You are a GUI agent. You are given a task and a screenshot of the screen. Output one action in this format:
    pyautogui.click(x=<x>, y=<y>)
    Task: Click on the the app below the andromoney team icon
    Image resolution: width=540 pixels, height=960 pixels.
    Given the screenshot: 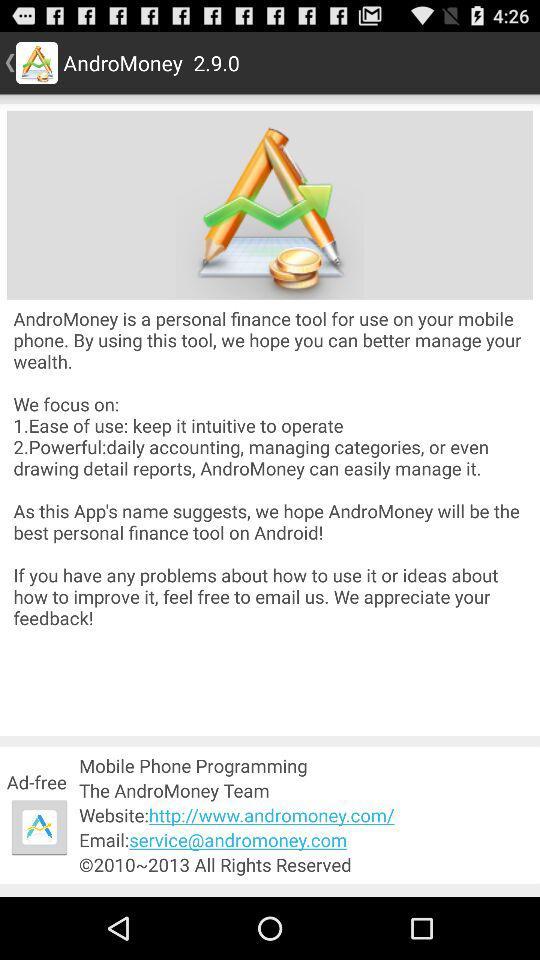 What is the action you would take?
    pyautogui.click(x=306, y=815)
    